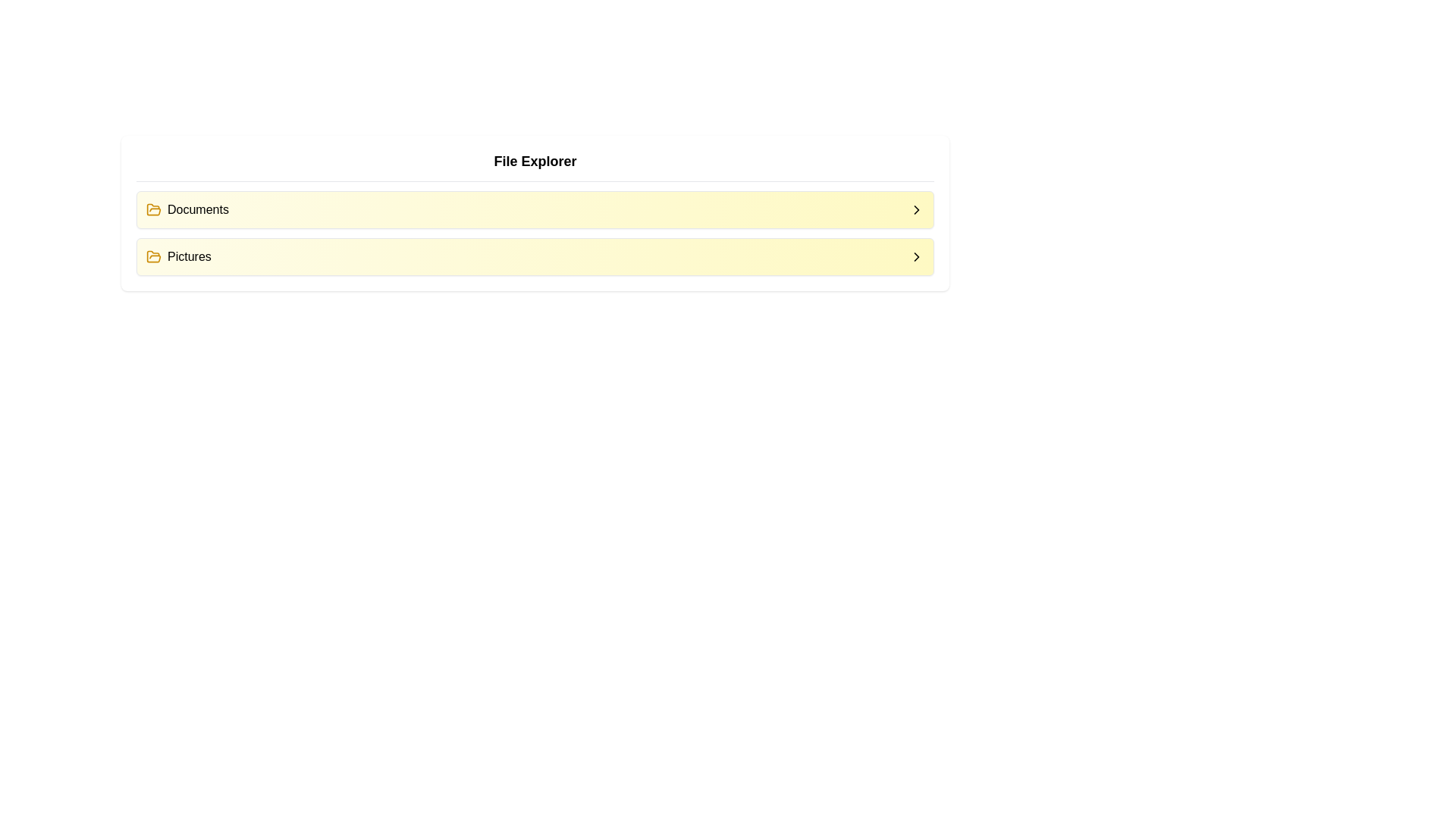  What do you see at coordinates (153, 256) in the screenshot?
I see `the 'Pictures' folder icon which is represented as an SVG element located in the second row of a list, positioned to the left of the text label 'Pictures'` at bounding box center [153, 256].